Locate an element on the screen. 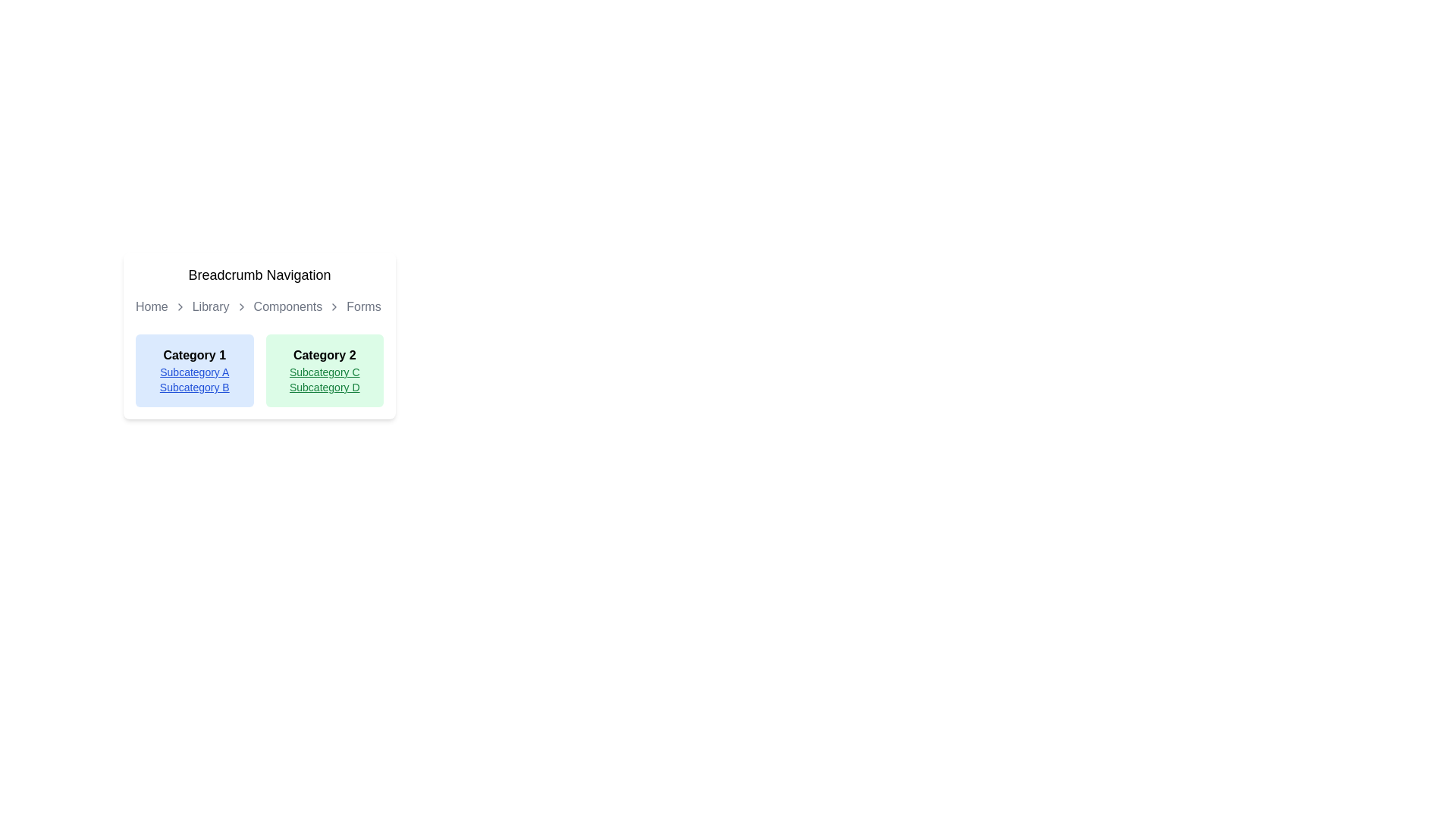 The height and width of the screenshot is (819, 1456). the 'Library' text link in the breadcrumb navigation is located at coordinates (210, 307).